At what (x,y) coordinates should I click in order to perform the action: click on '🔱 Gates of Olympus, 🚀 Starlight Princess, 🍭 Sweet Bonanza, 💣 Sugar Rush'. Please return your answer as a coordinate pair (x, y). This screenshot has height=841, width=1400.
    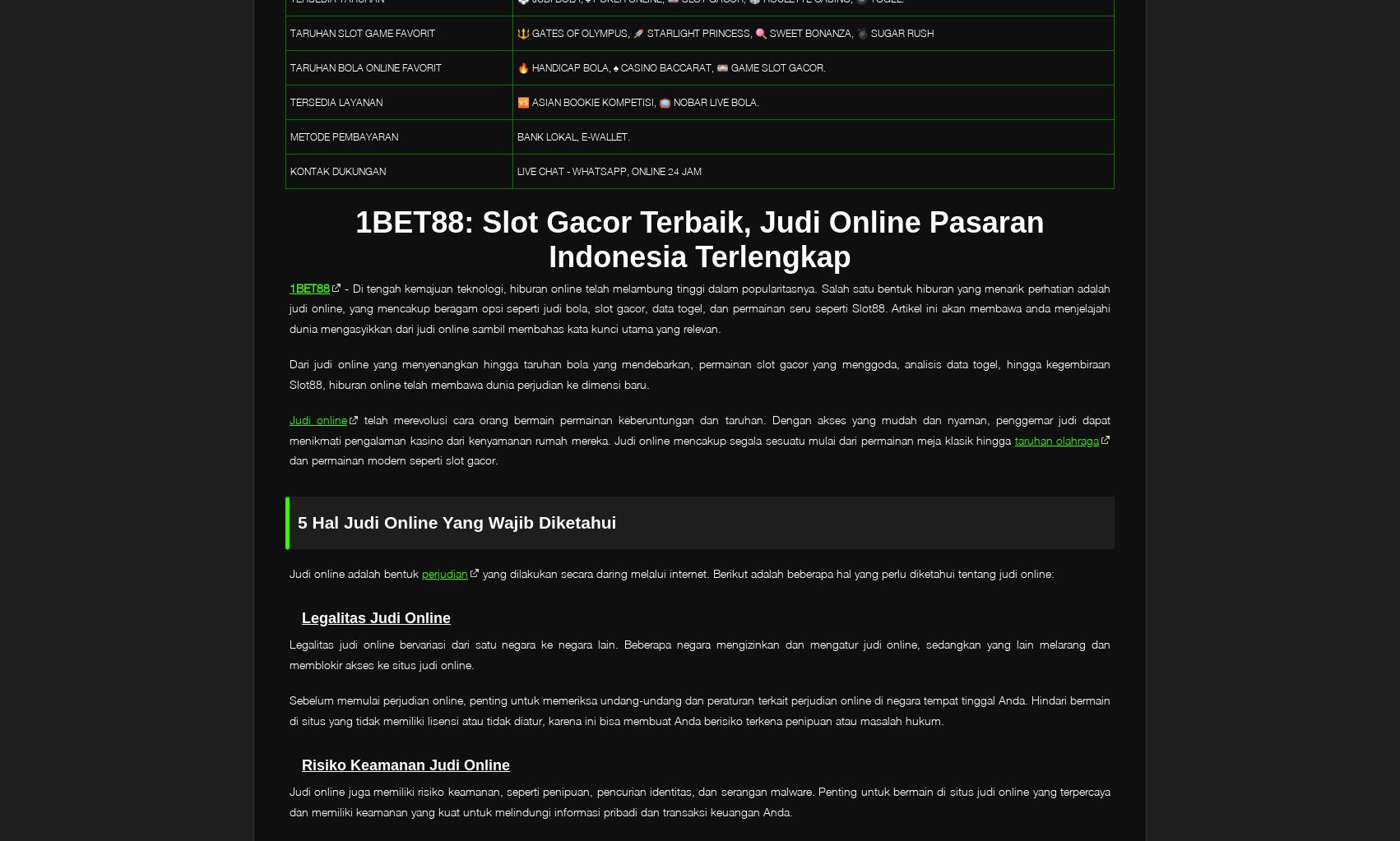
    Looking at the image, I should click on (517, 32).